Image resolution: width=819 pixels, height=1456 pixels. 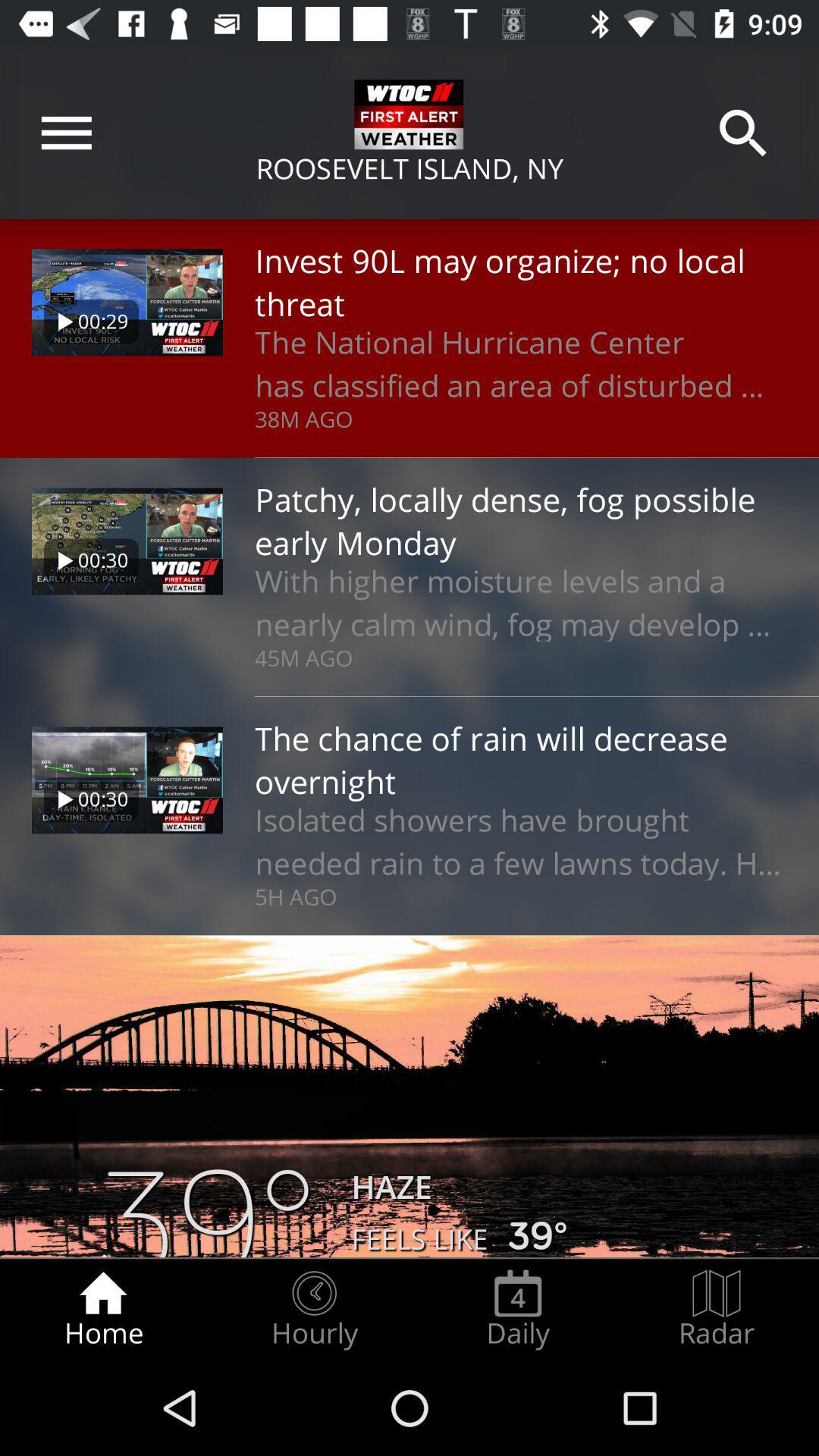 I want to click on daily item, so click(x=517, y=1309).